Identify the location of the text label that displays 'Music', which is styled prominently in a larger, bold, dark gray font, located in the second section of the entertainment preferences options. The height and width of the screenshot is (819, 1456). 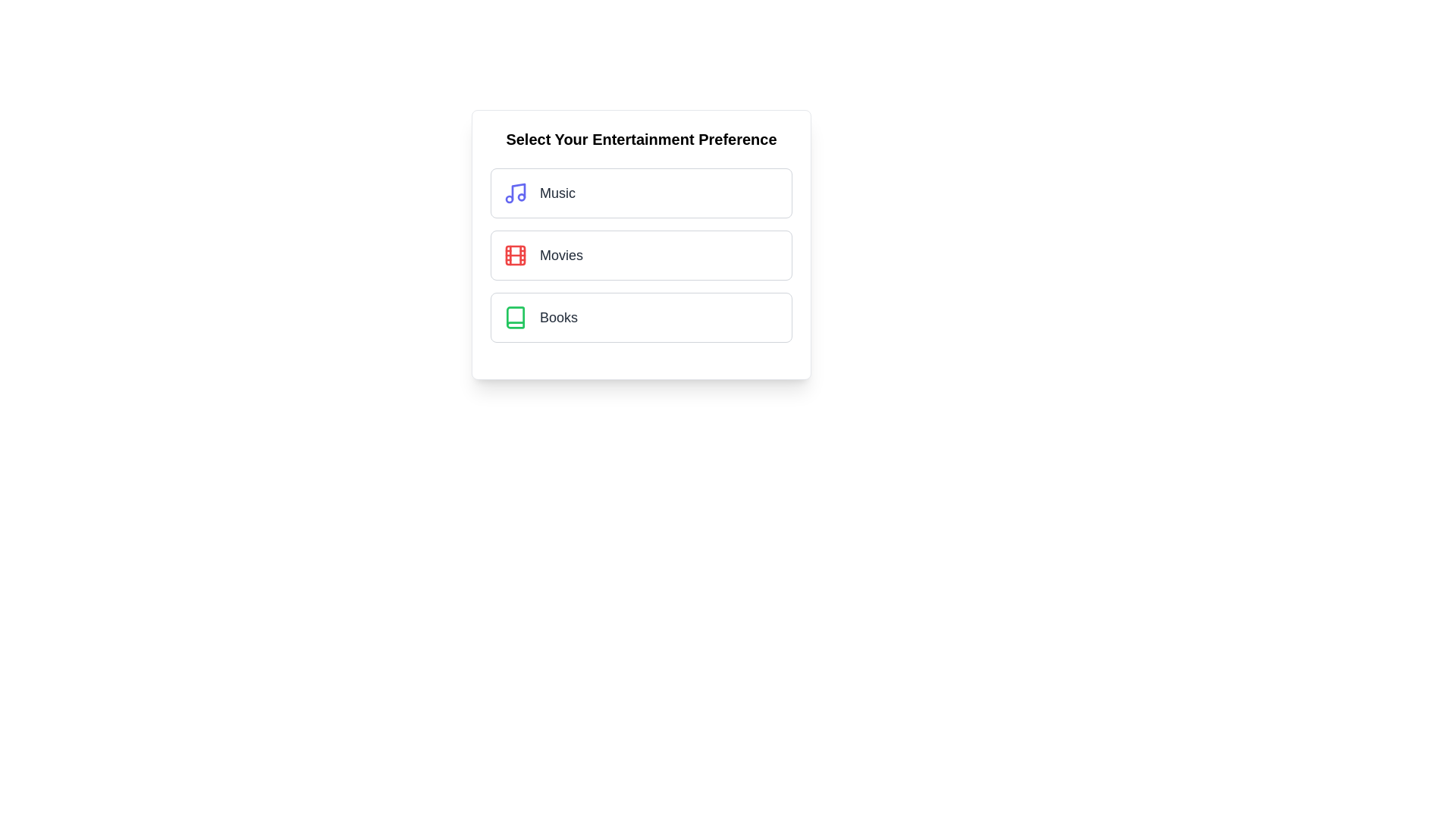
(557, 192).